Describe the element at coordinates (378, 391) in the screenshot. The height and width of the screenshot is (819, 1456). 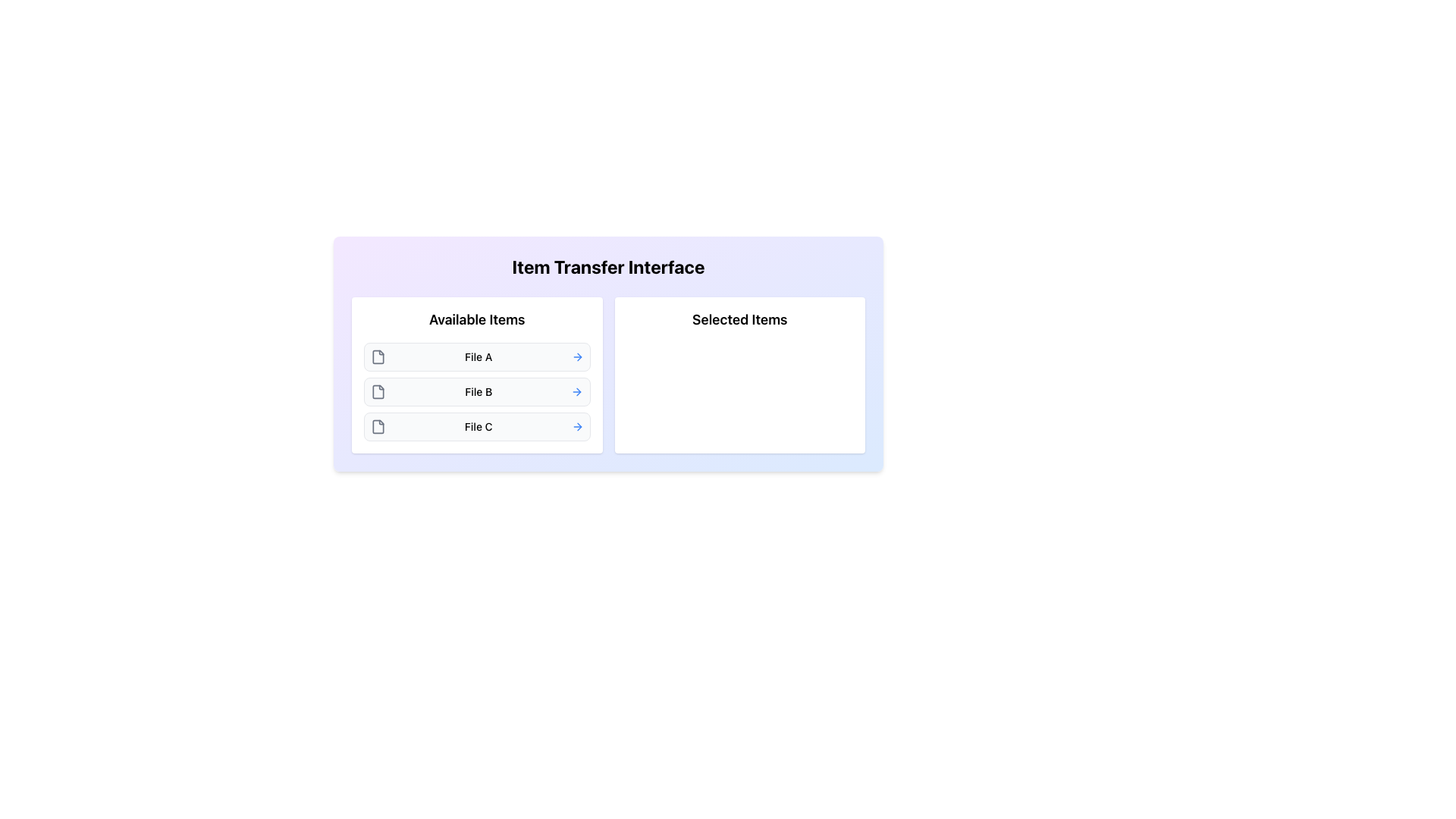
I see `the icon representing the item labeled 'File B'` at that location.